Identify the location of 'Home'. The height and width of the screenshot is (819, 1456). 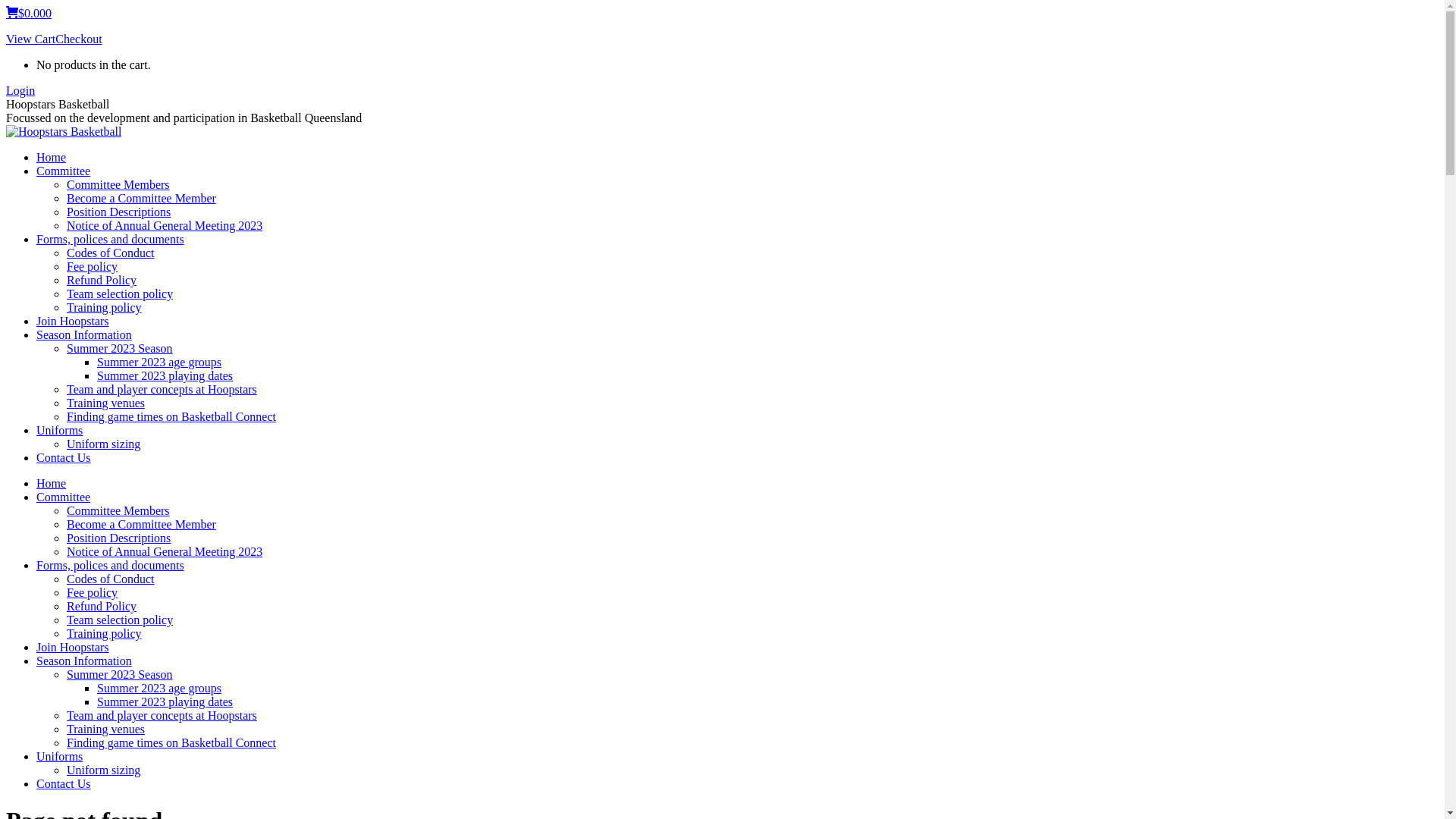
(36, 157).